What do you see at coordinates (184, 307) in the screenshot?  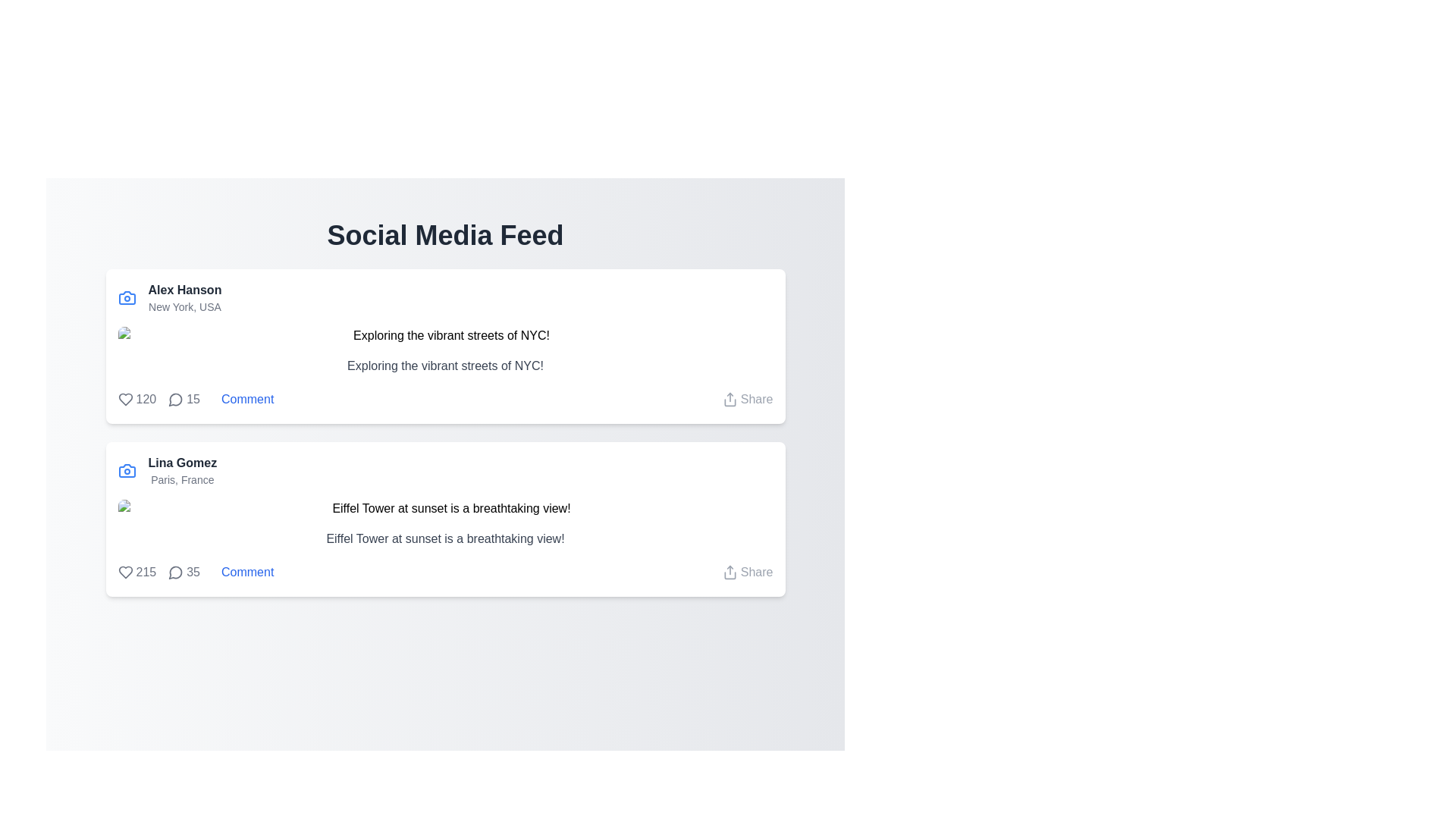 I see `the text label displaying 'New York, USA', which is positioned directly below 'Alex Hanson' in the user post area of the social media feed` at bounding box center [184, 307].